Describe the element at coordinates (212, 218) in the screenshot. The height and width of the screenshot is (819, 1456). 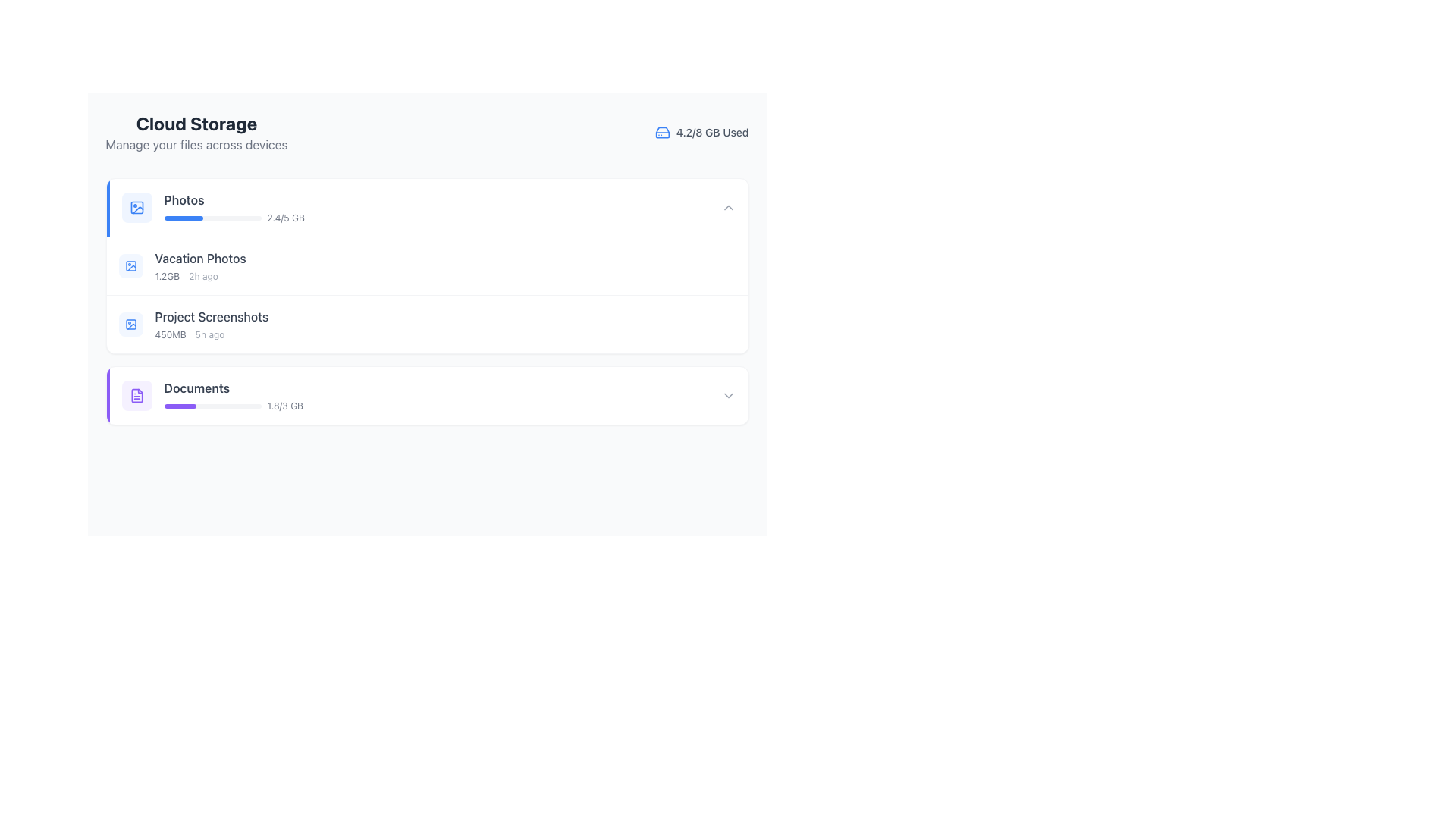
I see `the horizontally-oriented progress bar in the 'Photos' section of the 'Cloud Storage' interface, which is represented by a light gray background and a blue-filled section indicating 40% progress` at that location.